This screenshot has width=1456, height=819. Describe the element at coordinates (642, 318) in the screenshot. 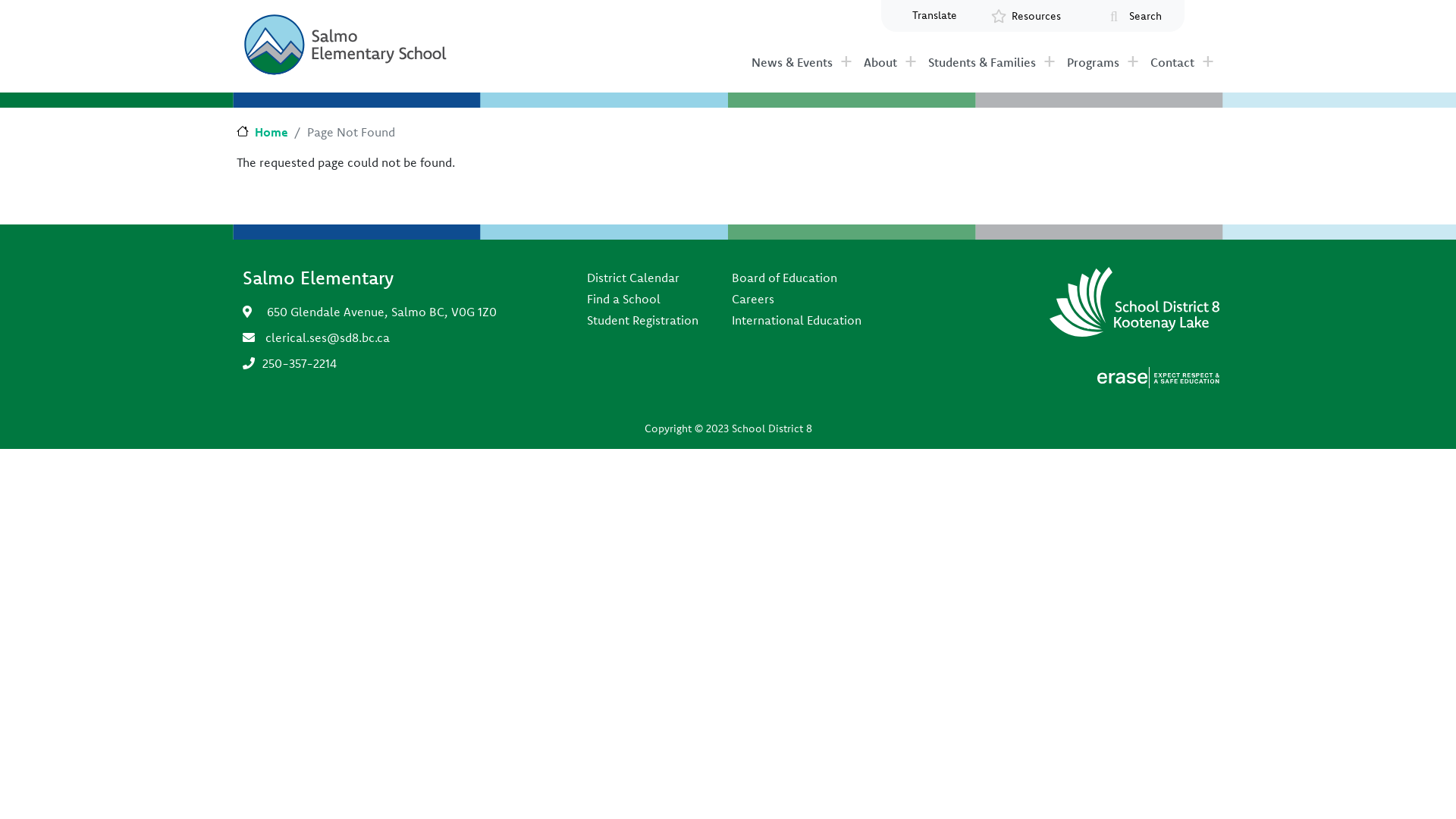

I see `'Student Registration'` at that location.